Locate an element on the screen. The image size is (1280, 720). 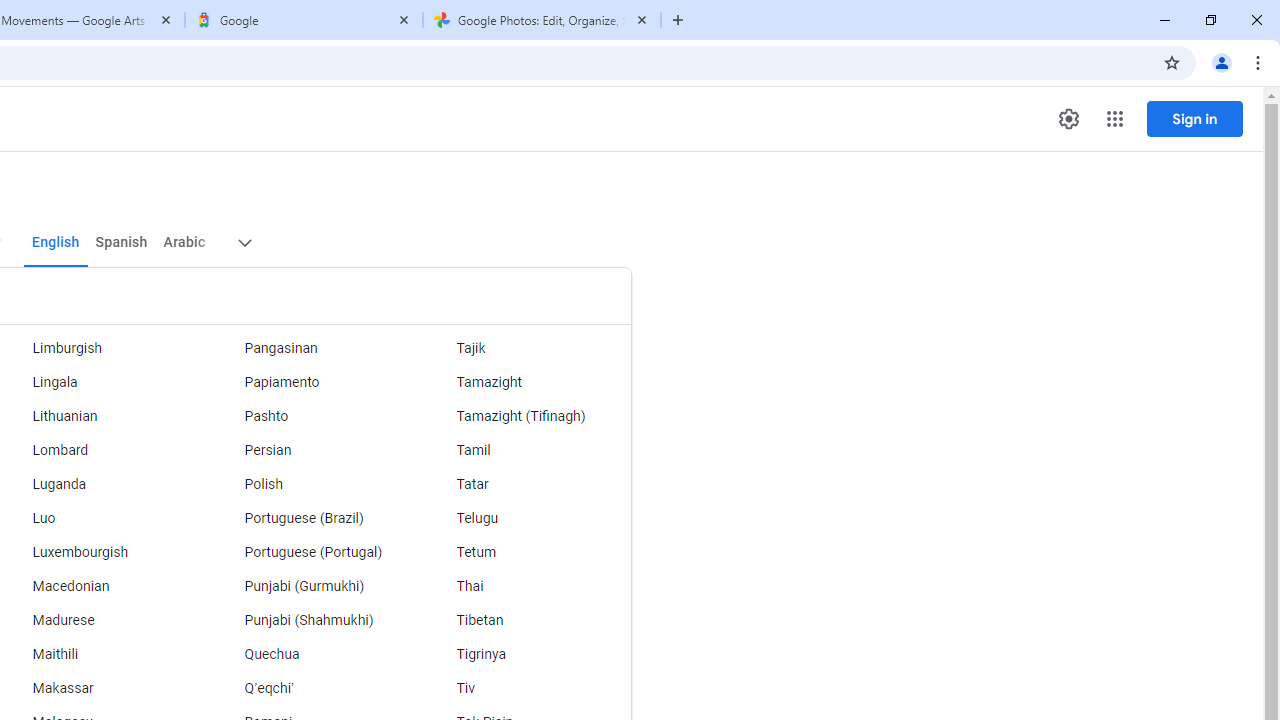
'Tiv' is located at coordinates (525, 688).